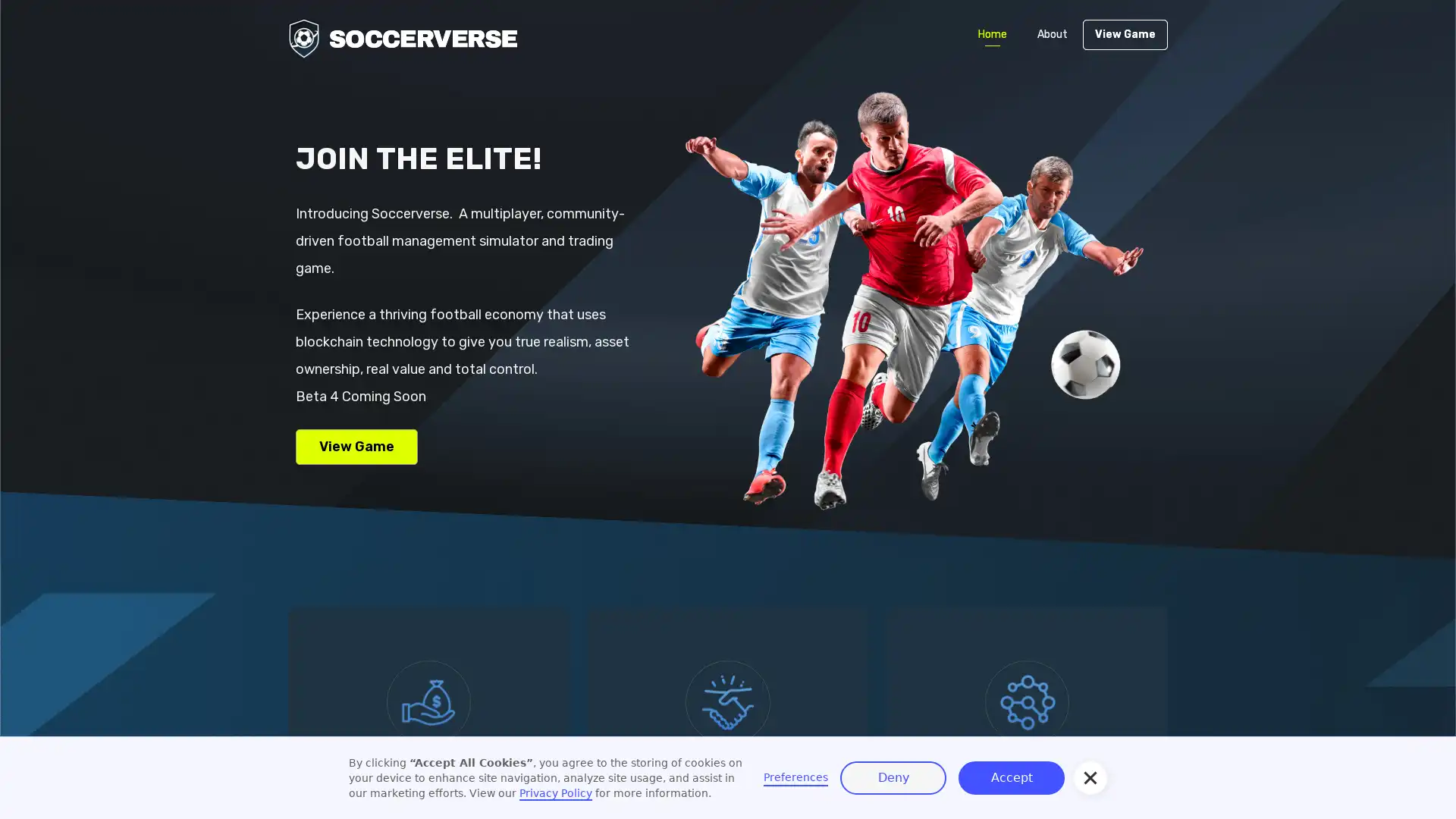 The image size is (1456, 819). Describe the element at coordinates (1012, 778) in the screenshot. I see `Accept` at that location.